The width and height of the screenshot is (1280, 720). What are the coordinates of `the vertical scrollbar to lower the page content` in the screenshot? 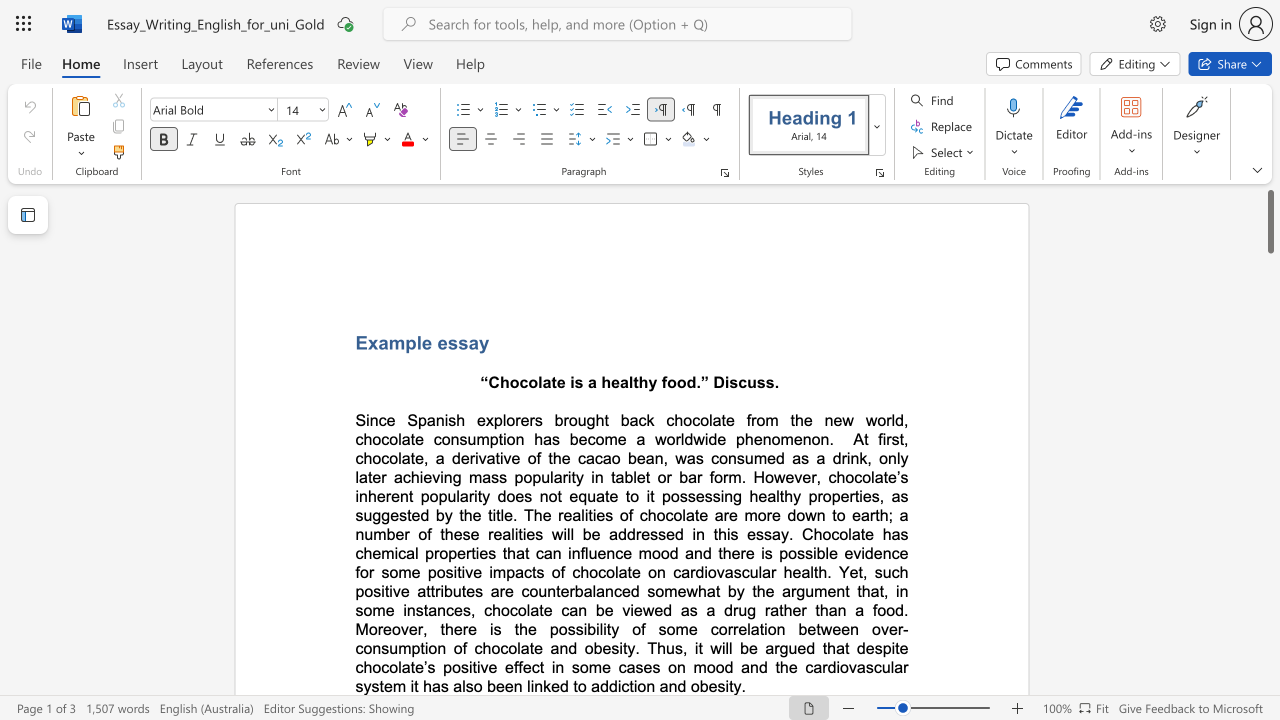 It's located at (1269, 618).